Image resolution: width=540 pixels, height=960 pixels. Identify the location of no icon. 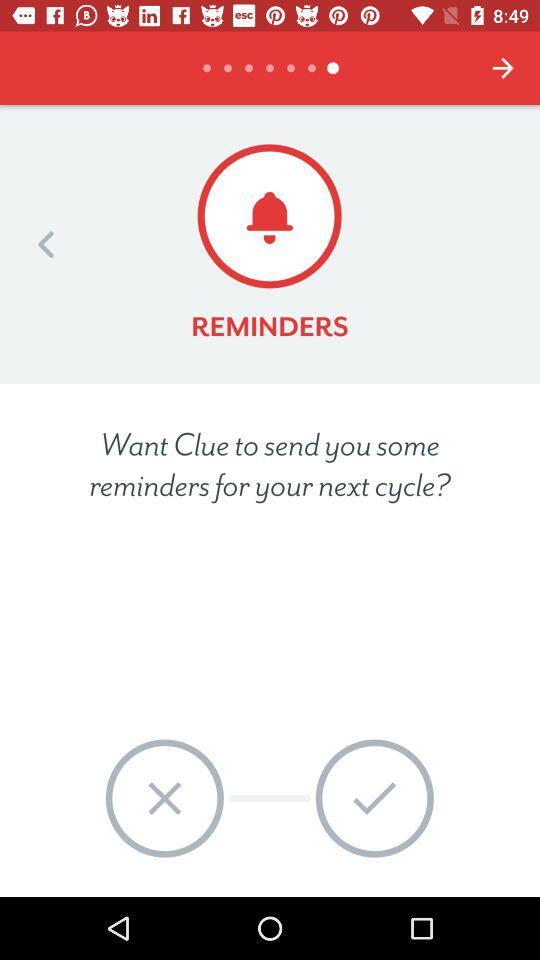
(163, 798).